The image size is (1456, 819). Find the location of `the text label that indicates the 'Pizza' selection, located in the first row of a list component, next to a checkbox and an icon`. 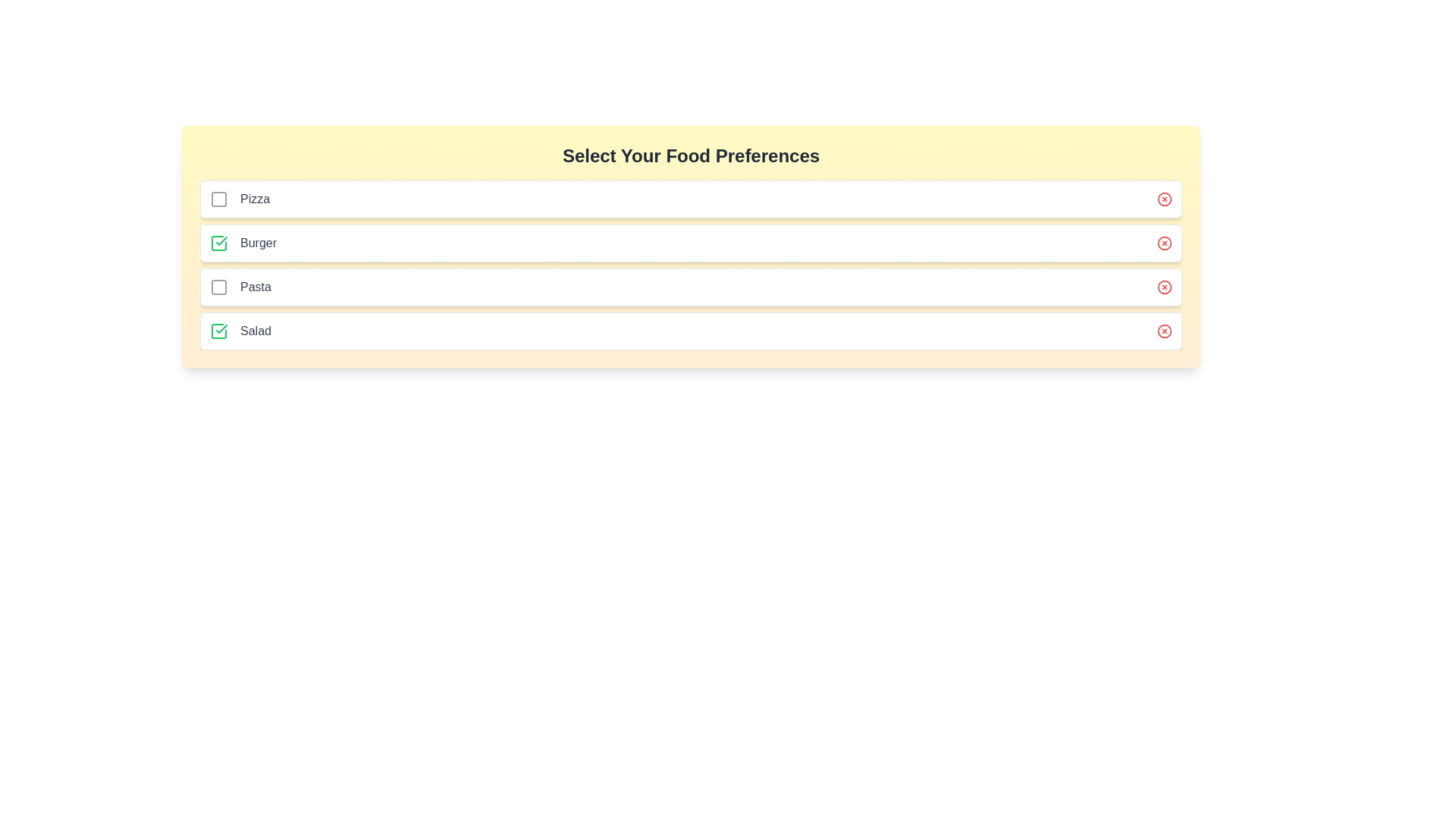

the text label that indicates the 'Pizza' selection, located in the first row of a list component, next to a checkbox and an icon is located at coordinates (255, 198).